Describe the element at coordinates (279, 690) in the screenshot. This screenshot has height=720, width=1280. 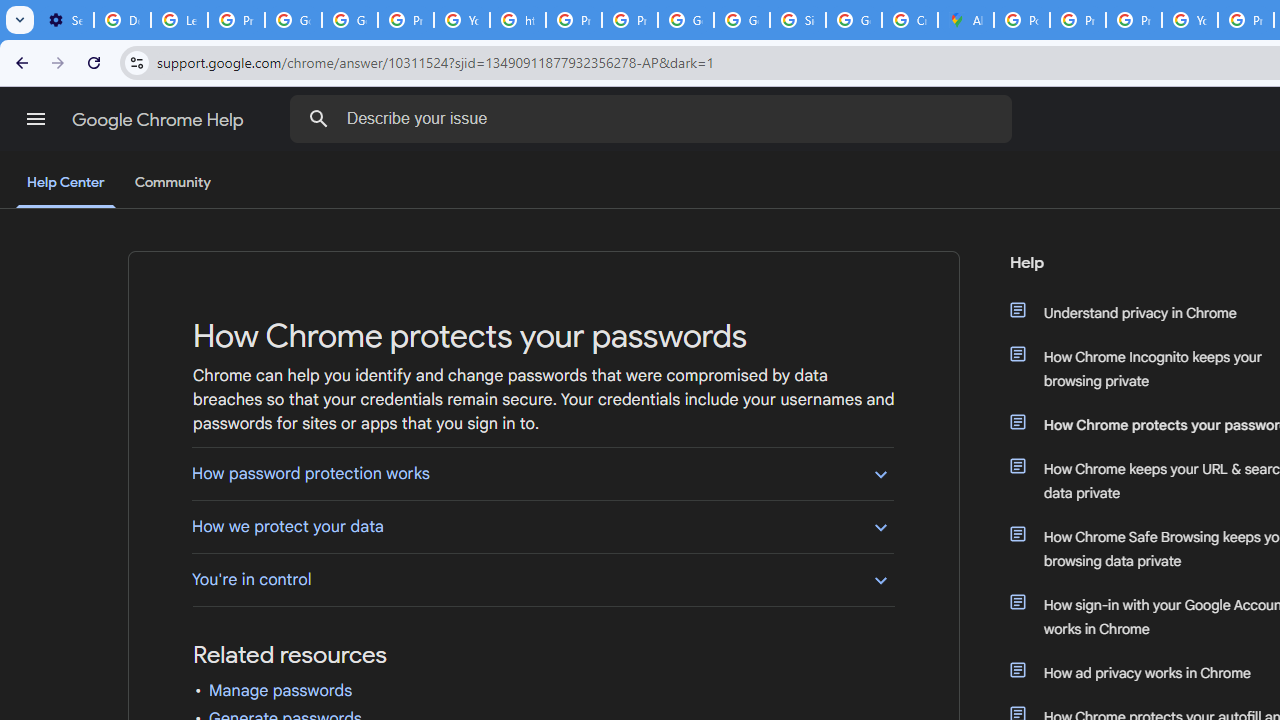
I see `'Manage passwords'` at that location.